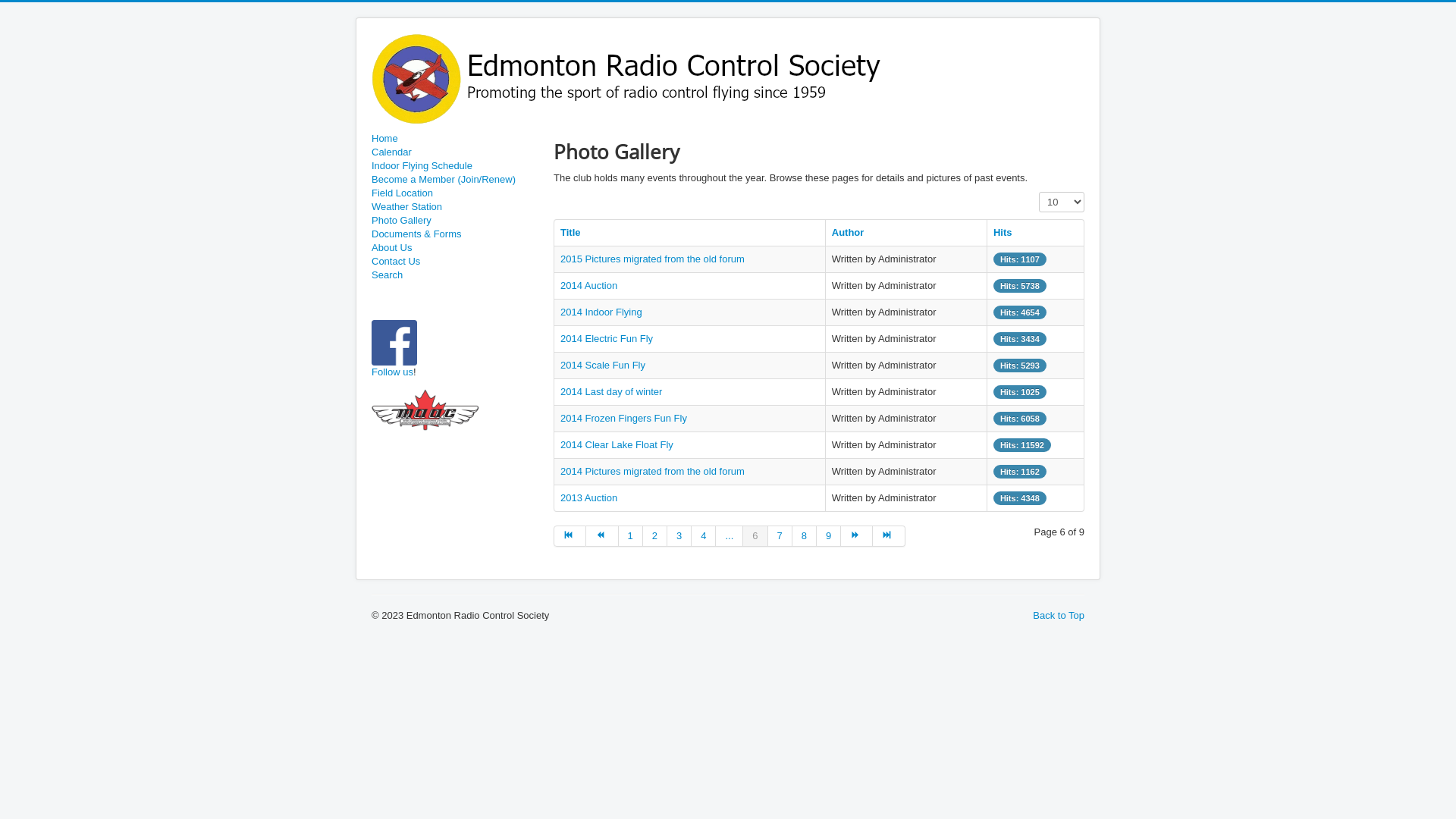  Describe the element at coordinates (570, 232) in the screenshot. I see `'Title'` at that location.